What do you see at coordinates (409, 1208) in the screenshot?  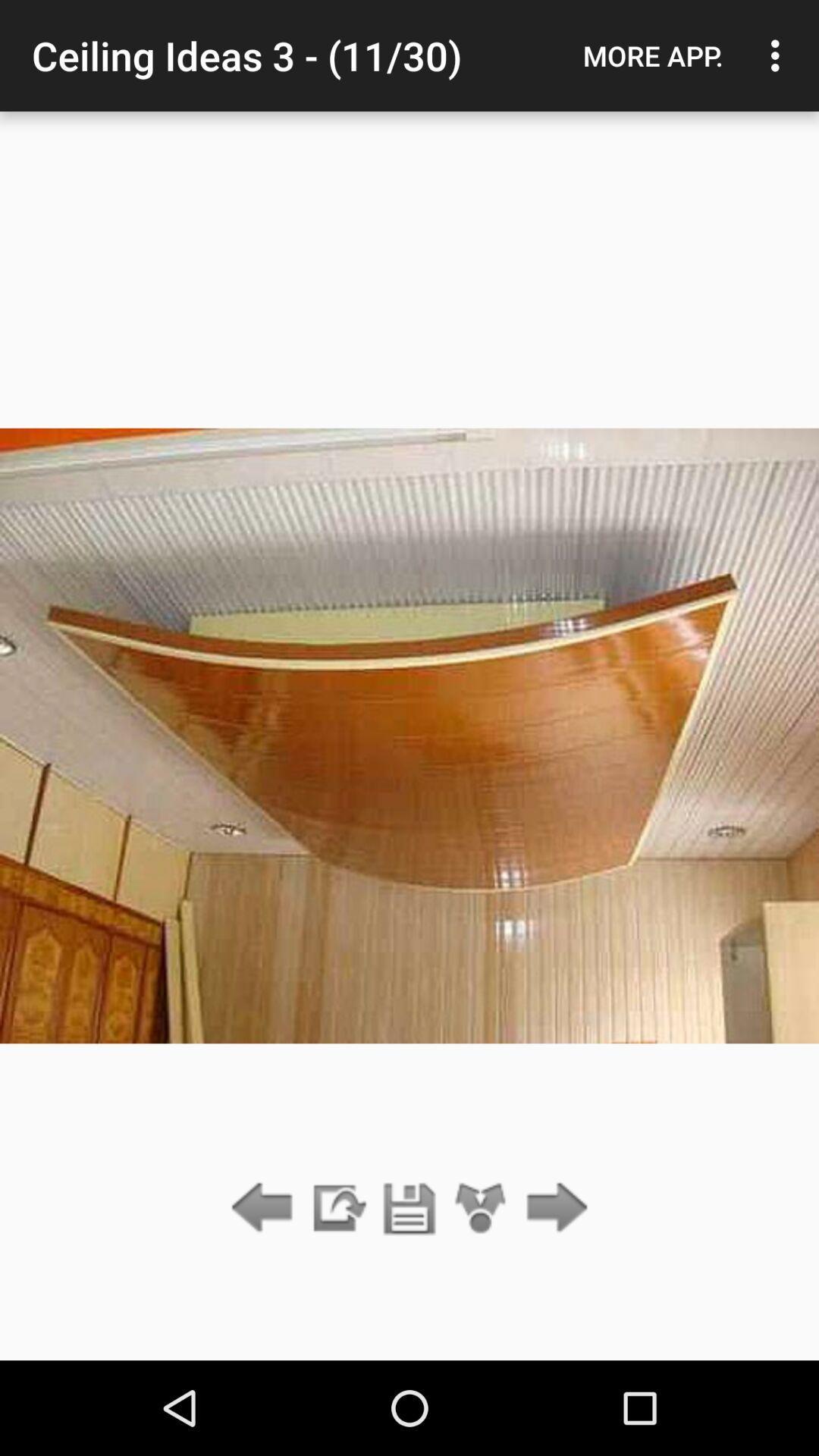 I see `app below ceiling ideas 3 item` at bounding box center [409, 1208].